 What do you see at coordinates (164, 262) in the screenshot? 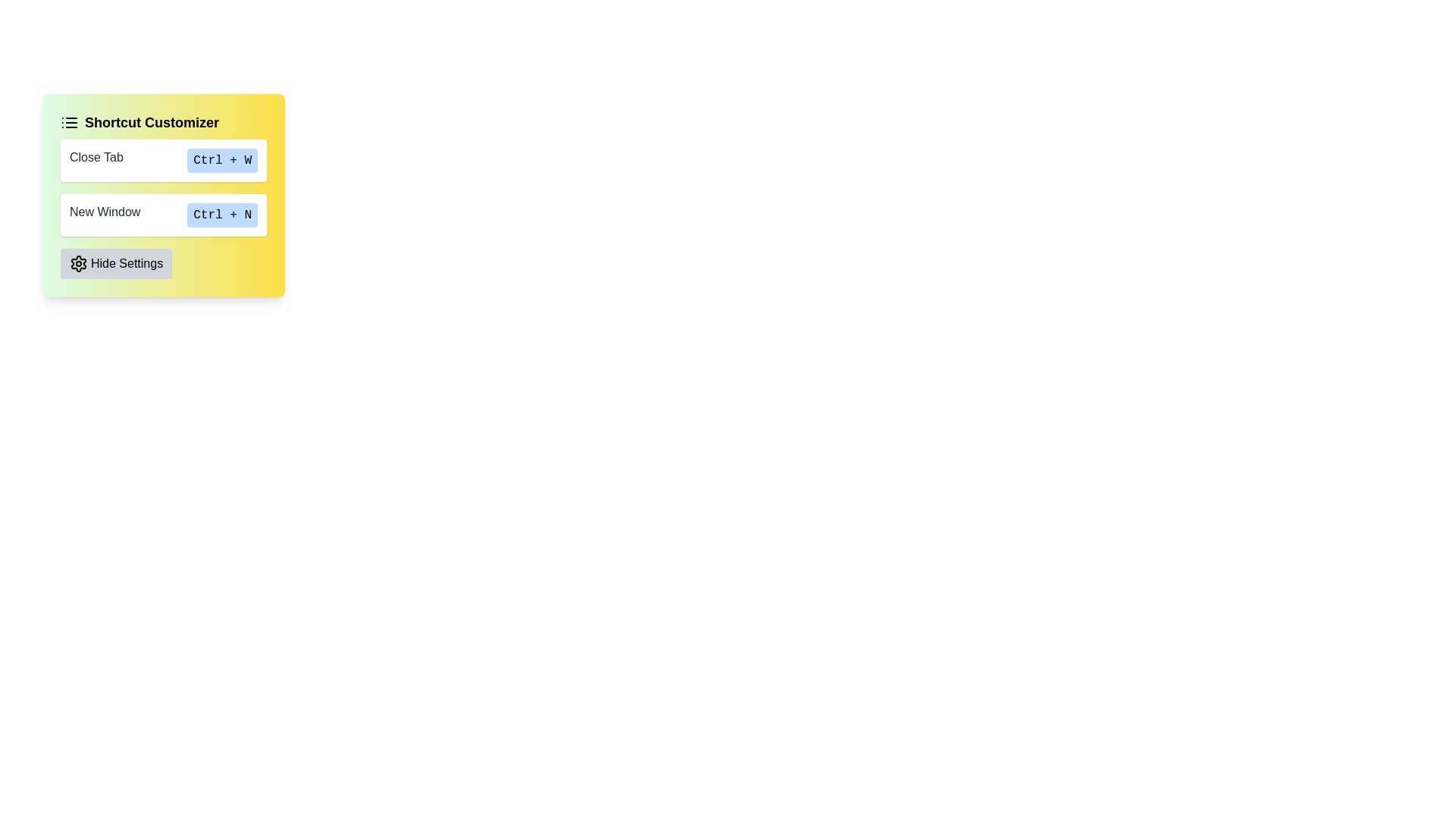
I see `the 'Hide Settings' button, which is a text button with a gear icon on the left, located at the bottom of the 'Shortcut Customizer' group` at bounding box center [164, 262].